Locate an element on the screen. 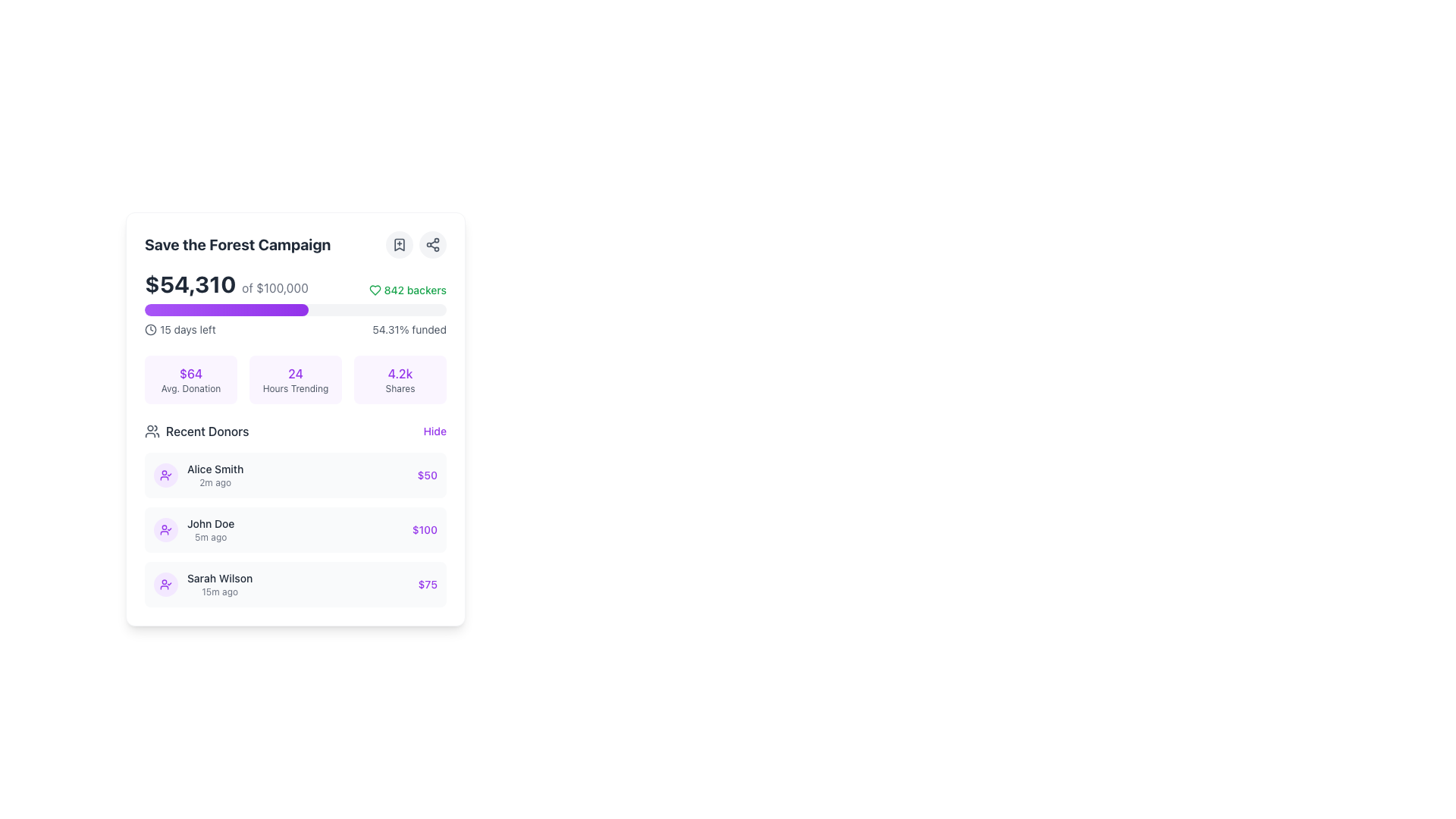 The width and height of the screenshot is (1456, 819). the heart icon representing a favorite action for the campaign, located in the top-right corner near the '842 backers' text is located at coordinates (375, 290).